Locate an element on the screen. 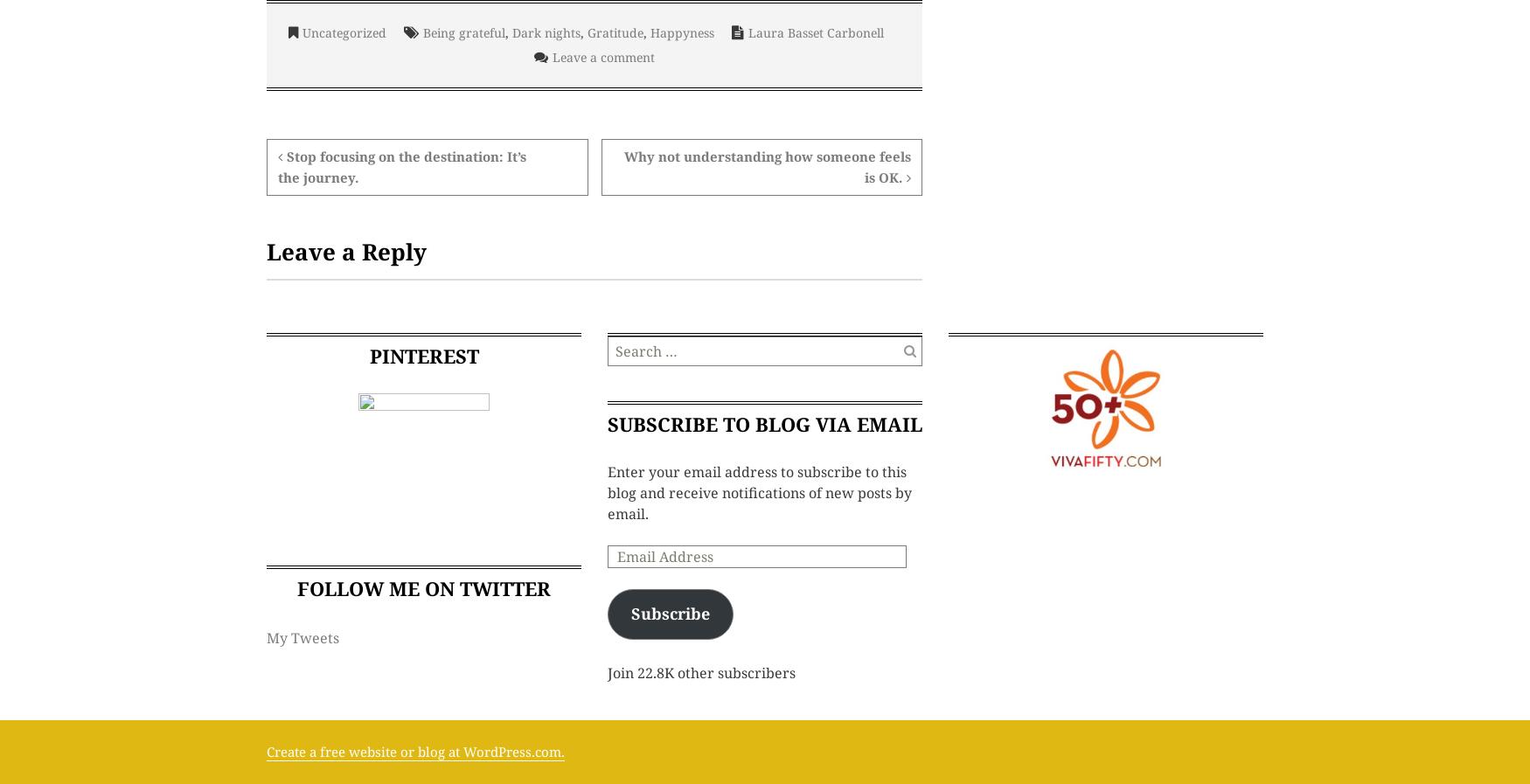 This screenshot has height=784, width=1530. 'Happyness' is located at coordinates (680, 31).